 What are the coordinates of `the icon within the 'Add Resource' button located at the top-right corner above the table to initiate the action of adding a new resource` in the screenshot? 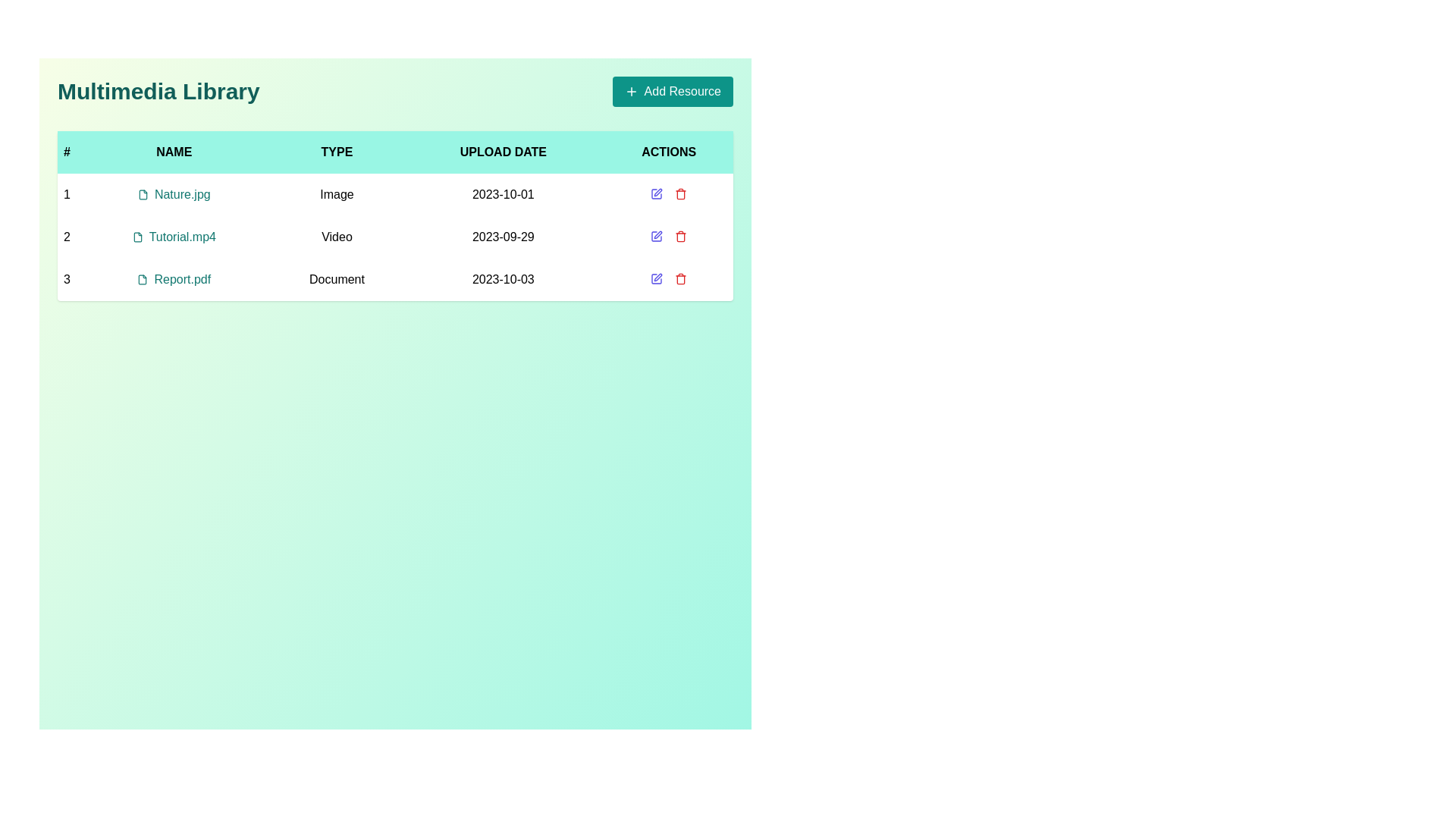 It's located at (631, 91).